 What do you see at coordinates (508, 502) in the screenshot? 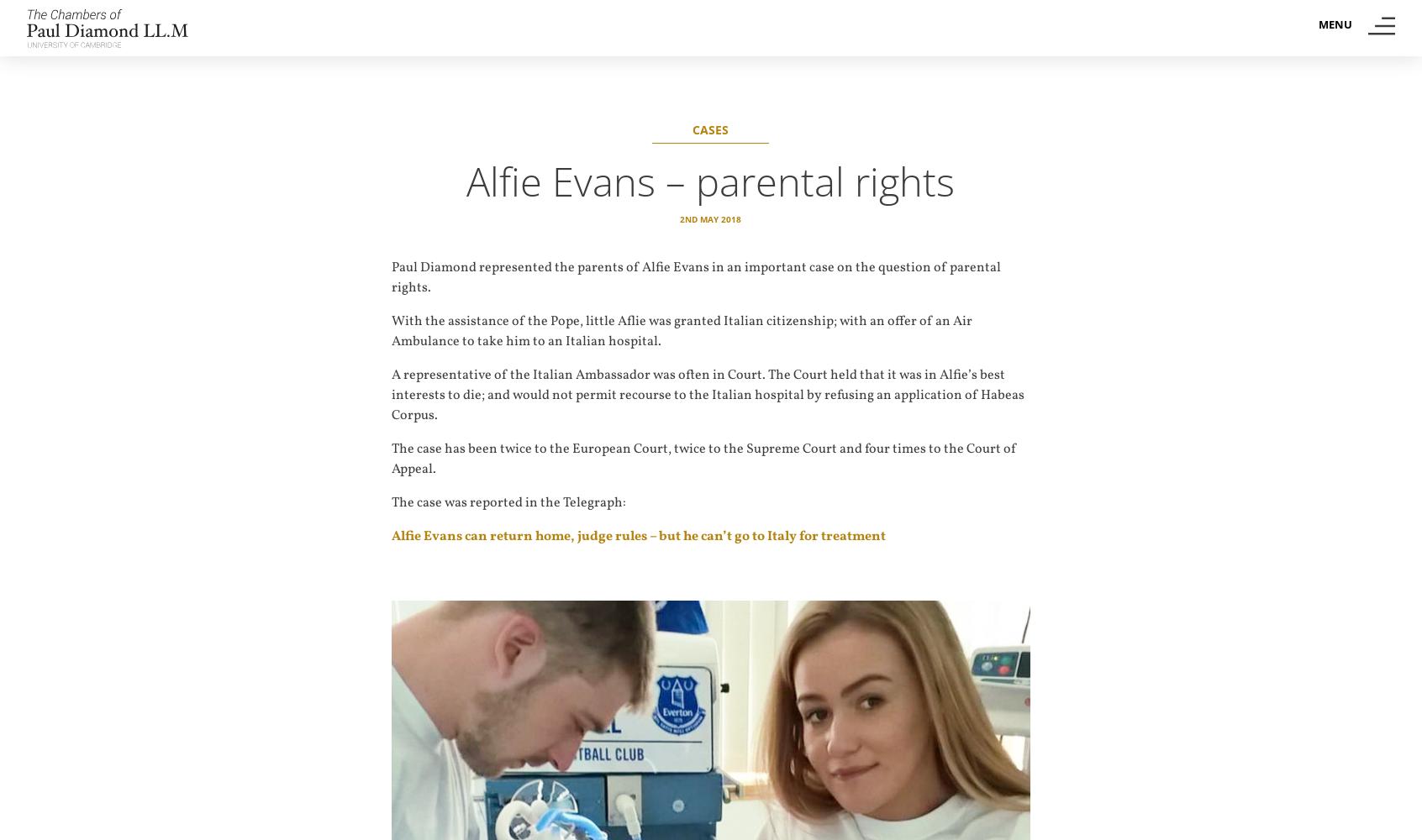
I see `'The case was reported in the Telegraph:'` at bounding box center [508, 502].